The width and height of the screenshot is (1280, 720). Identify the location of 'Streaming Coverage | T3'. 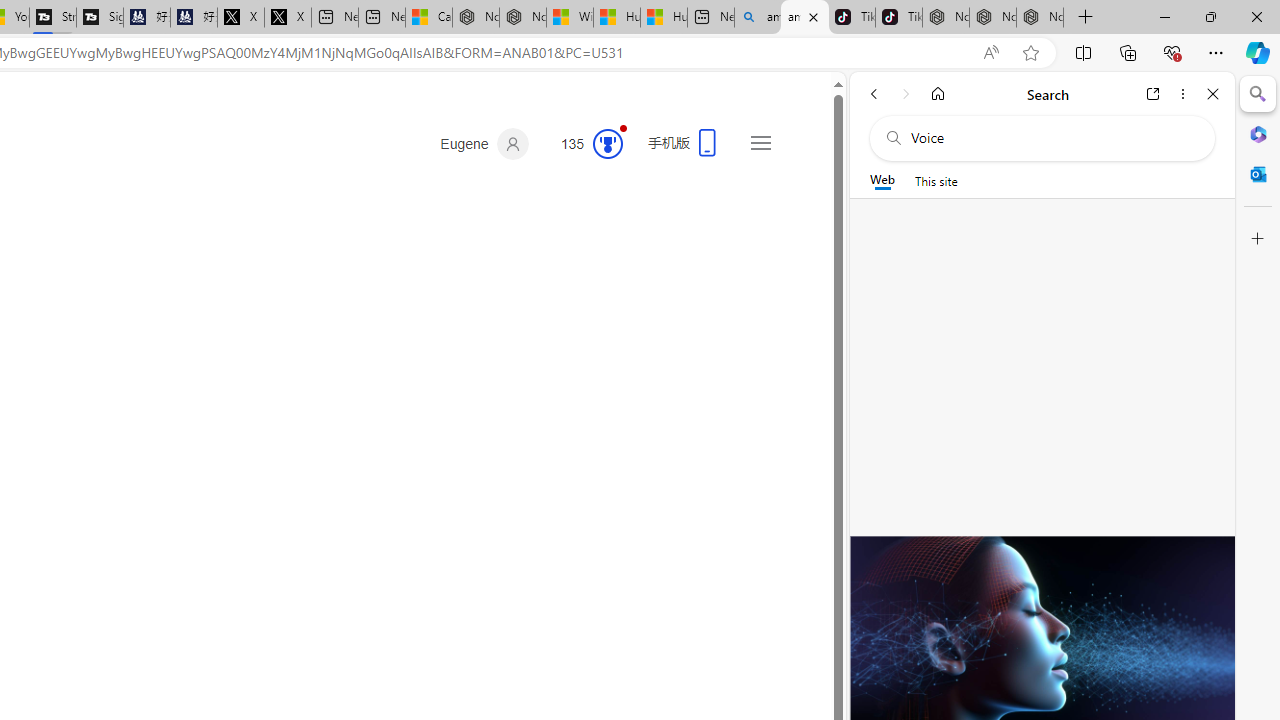
(52, 17).